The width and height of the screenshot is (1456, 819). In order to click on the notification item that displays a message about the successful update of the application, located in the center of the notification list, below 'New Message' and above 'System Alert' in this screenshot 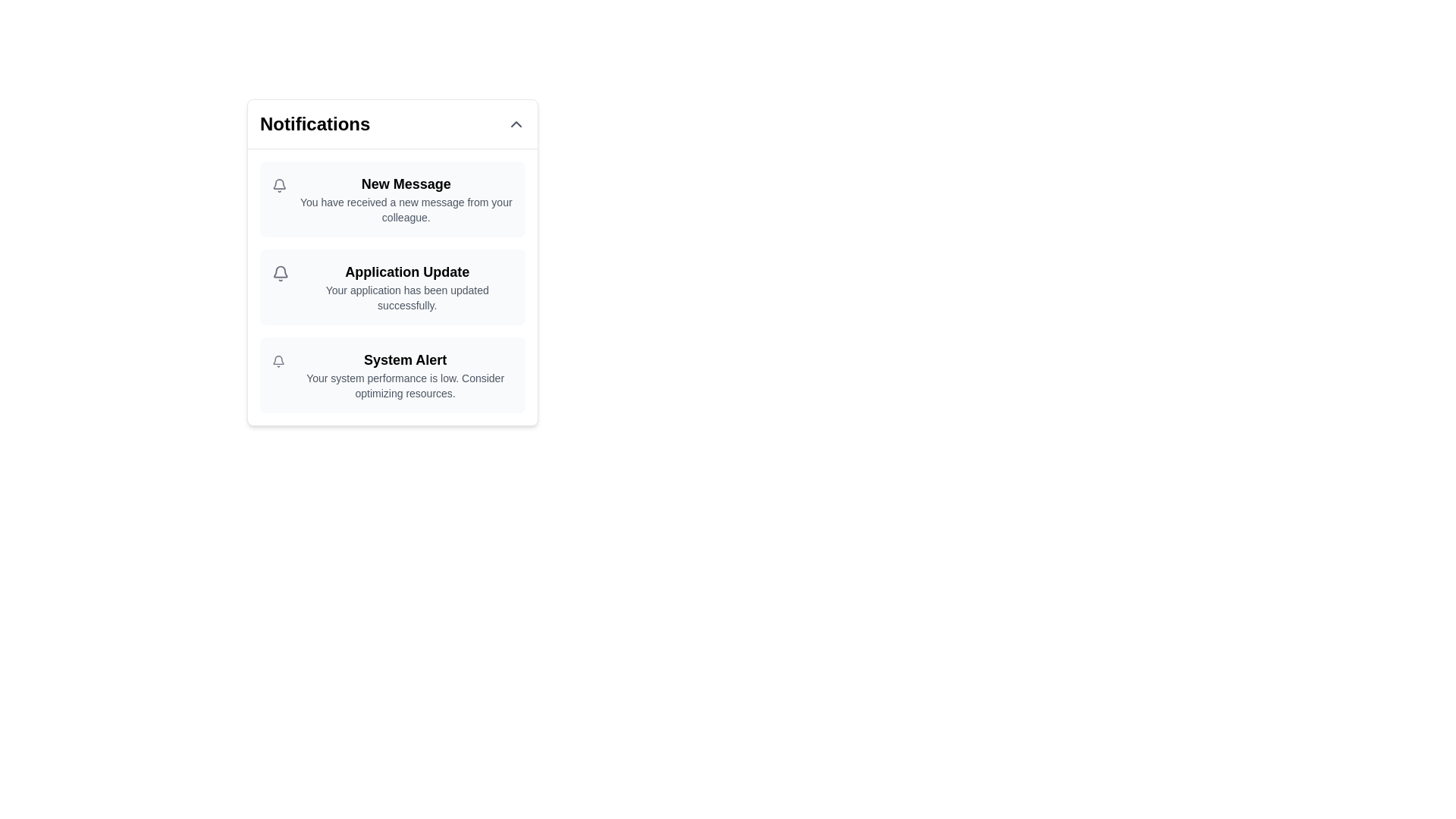, I will do `click(407, 287)`.